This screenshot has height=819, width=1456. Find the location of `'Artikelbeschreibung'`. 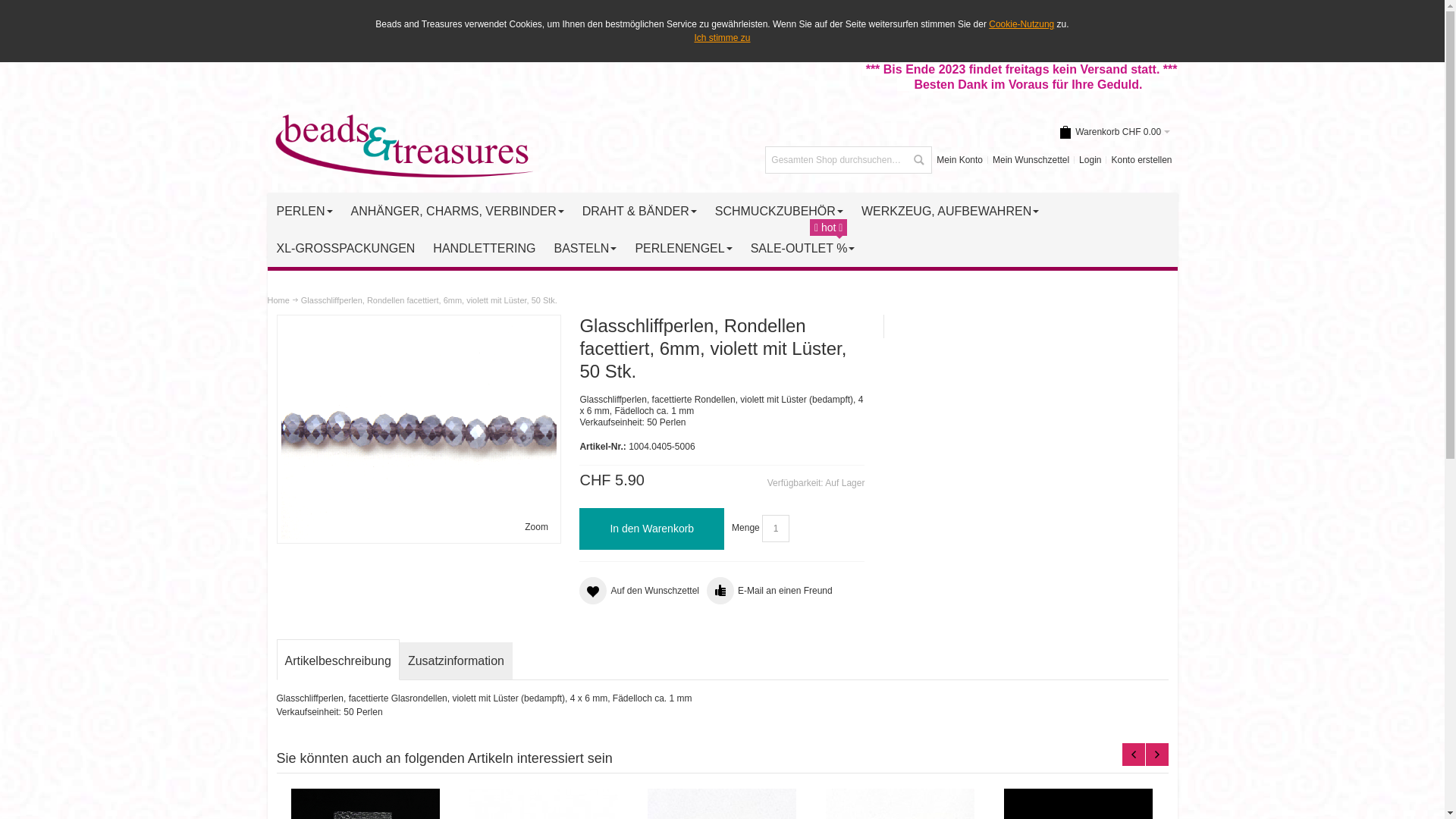

'Artikelbeschreibung' is located at coordinates (276, 659).